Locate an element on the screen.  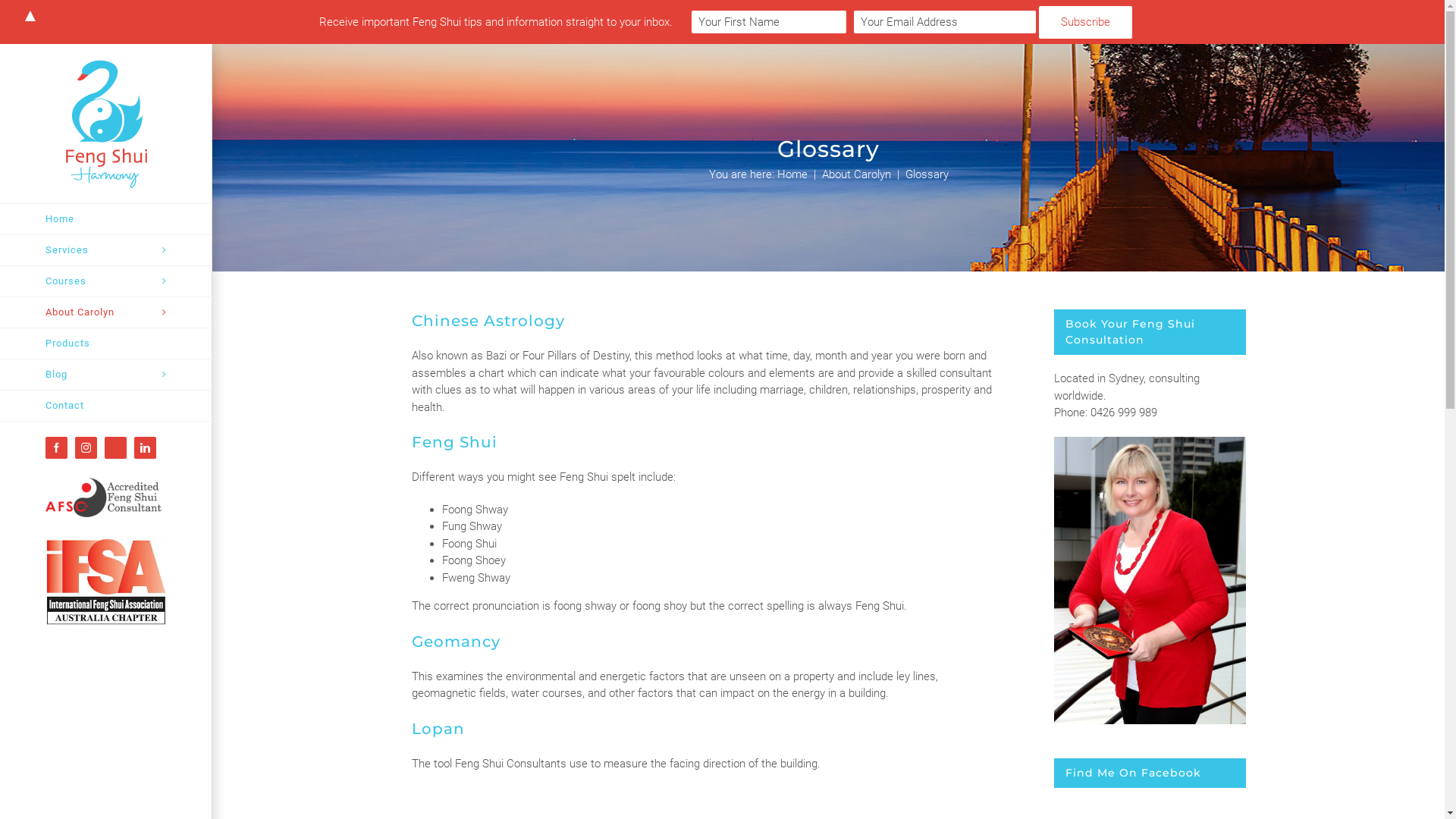
'Facebook' is located at coordinates (45, 447).